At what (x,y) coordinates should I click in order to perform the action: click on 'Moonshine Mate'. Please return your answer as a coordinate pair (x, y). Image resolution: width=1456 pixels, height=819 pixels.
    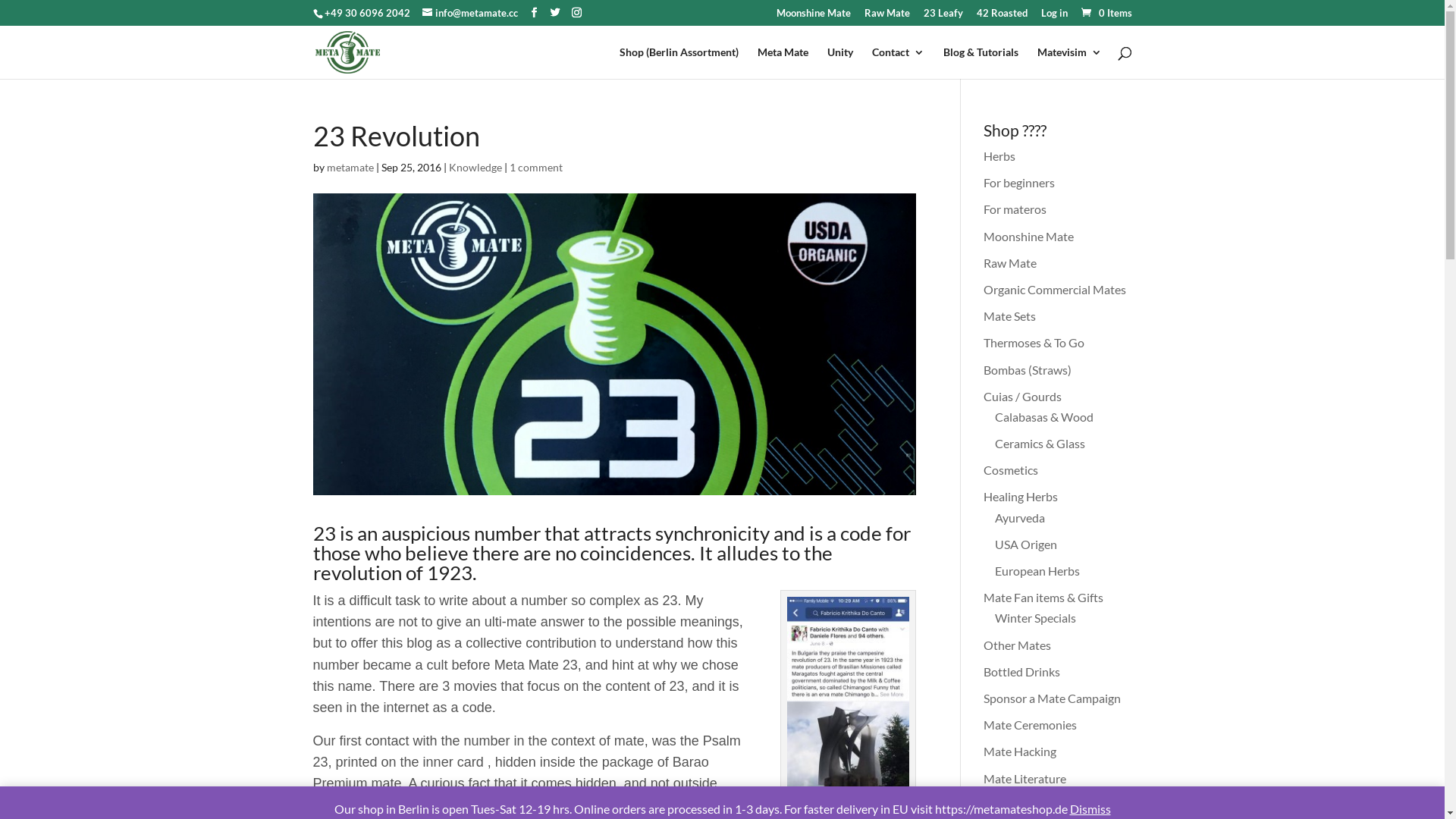
    Looking at the image, I should click on (1028, 236).